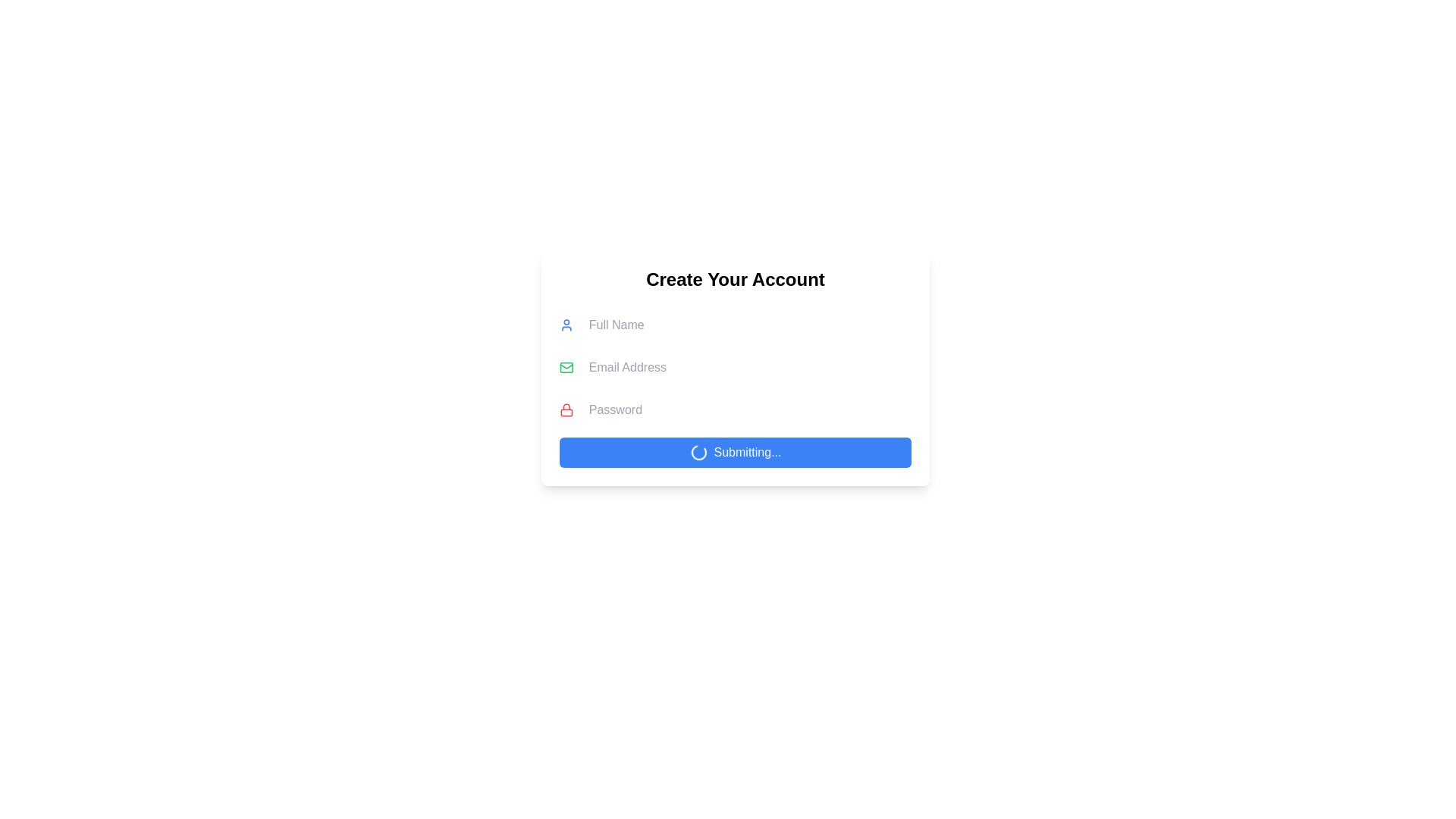 The width and height of the screenshot is (1456, 819). What do you see at coordinates (566, 324) in the screenshot?
I see `the user-profile icon that visually represents the adjacent 'Full Name' input field, located centrally in the 'Create Your Account' form` at bounding box center [566, 324].